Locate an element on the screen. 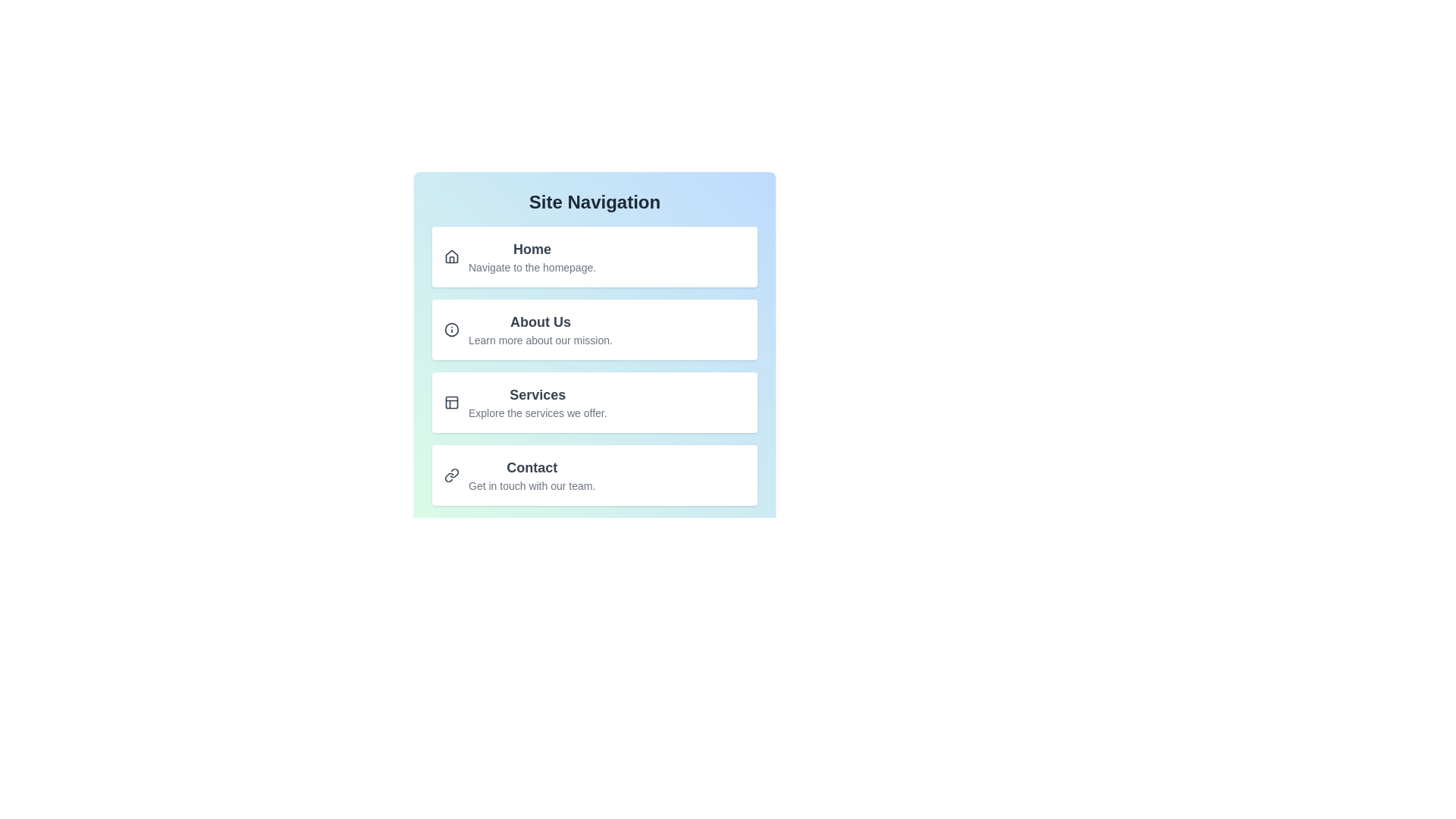 The width and height of the screenshot is (1456, 819). the bold text label reading 'About Us', which is centrally located between the 'Home' and 'Services' sections in the navigation items is located at coordinates (540, 321).